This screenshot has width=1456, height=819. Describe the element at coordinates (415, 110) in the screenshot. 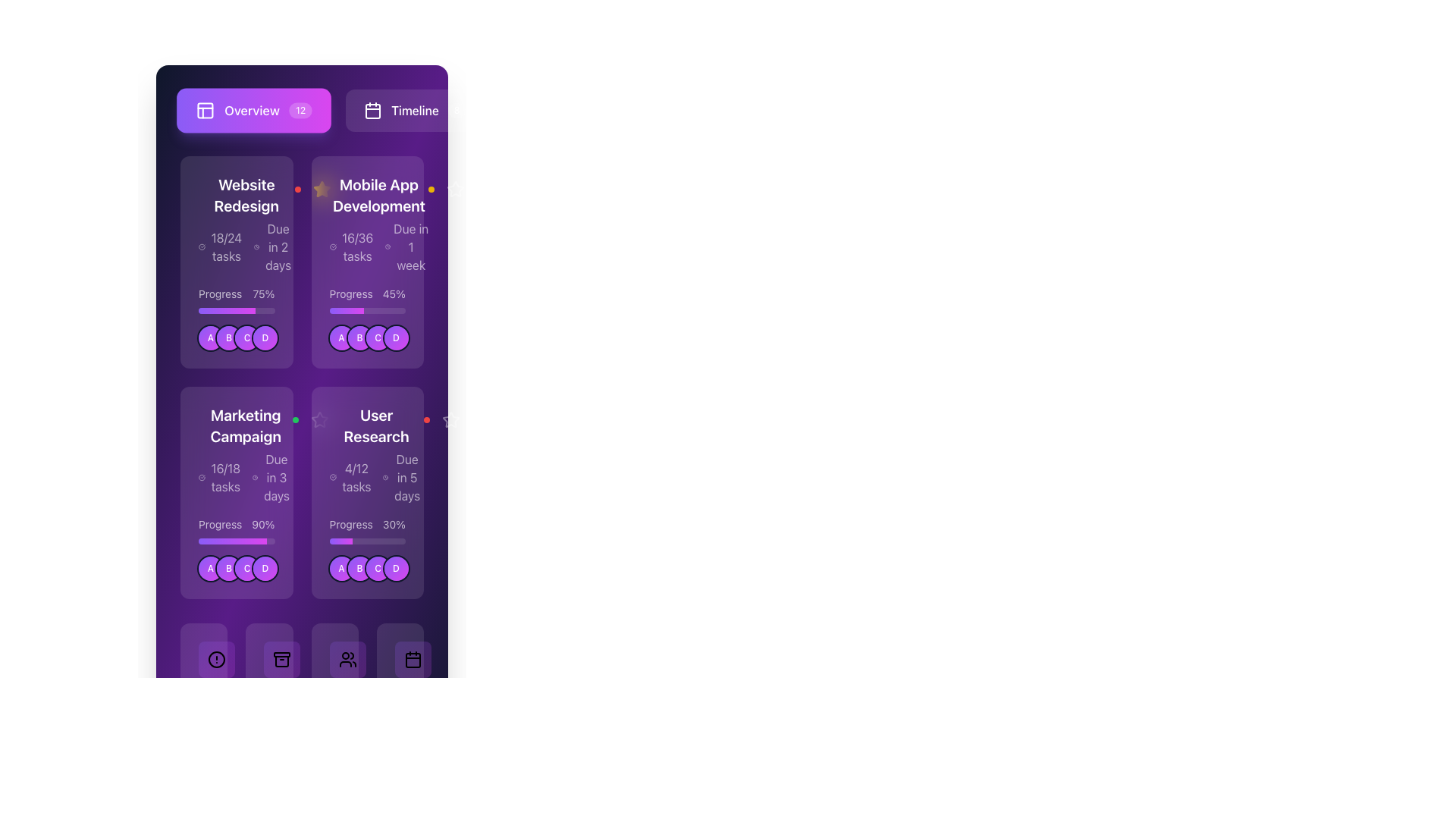

I see `the 'Timeline' text label in the top-right corner of the navigation bar` at that location.